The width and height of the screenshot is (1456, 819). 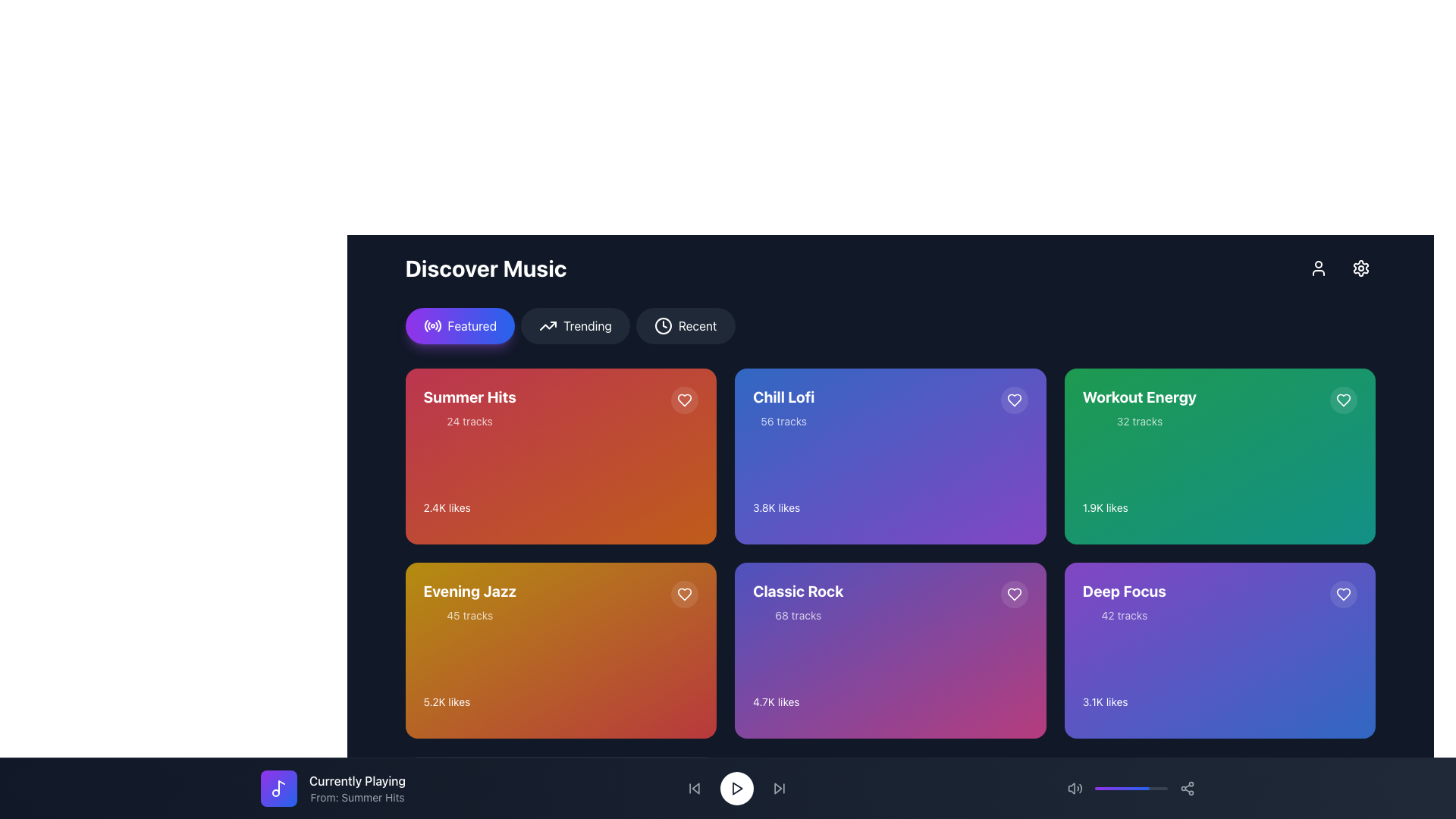 I want to click on the 'Chill Lofi' content card located in the second column of the first row, so click(x=890, y=455).